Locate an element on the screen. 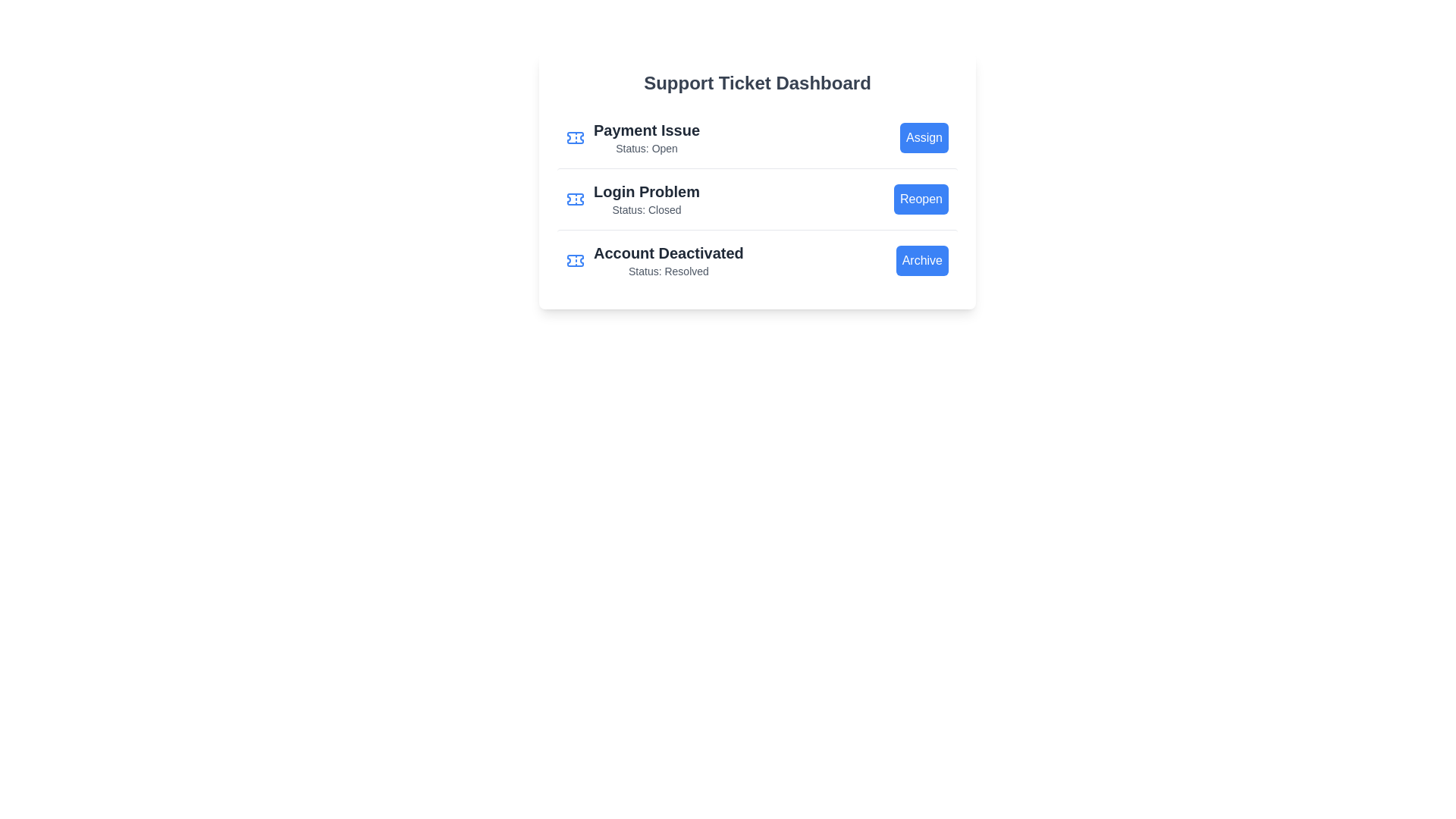 The width and height of the screenshot is (1456, 819). the Reopen button to perform the respective action is located at coordinates (920, 198).